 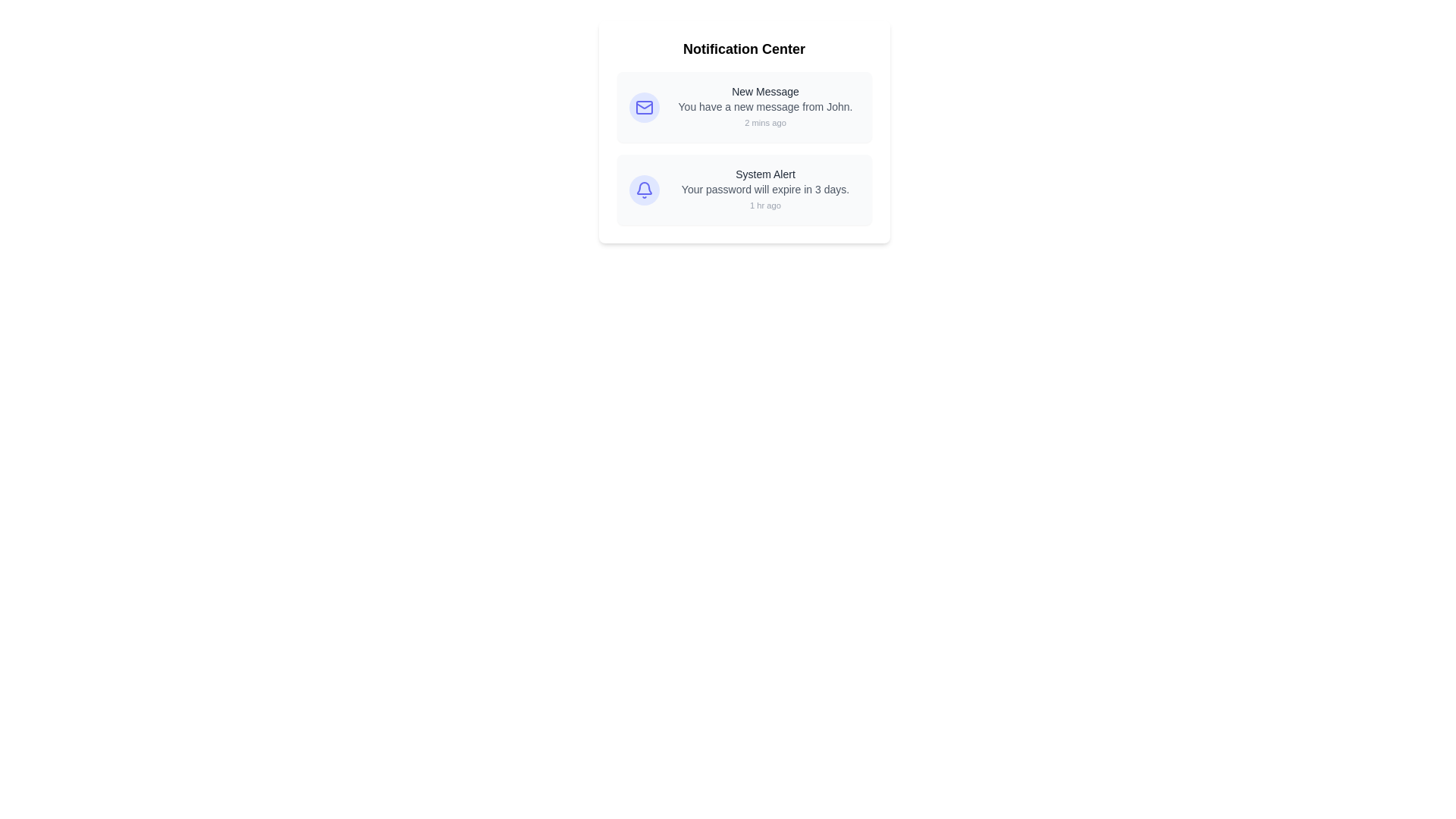 I want to click on text from the header Text Label of the notification interface, which indicates the purpose of the panel below it, so click(x=744, y=49).